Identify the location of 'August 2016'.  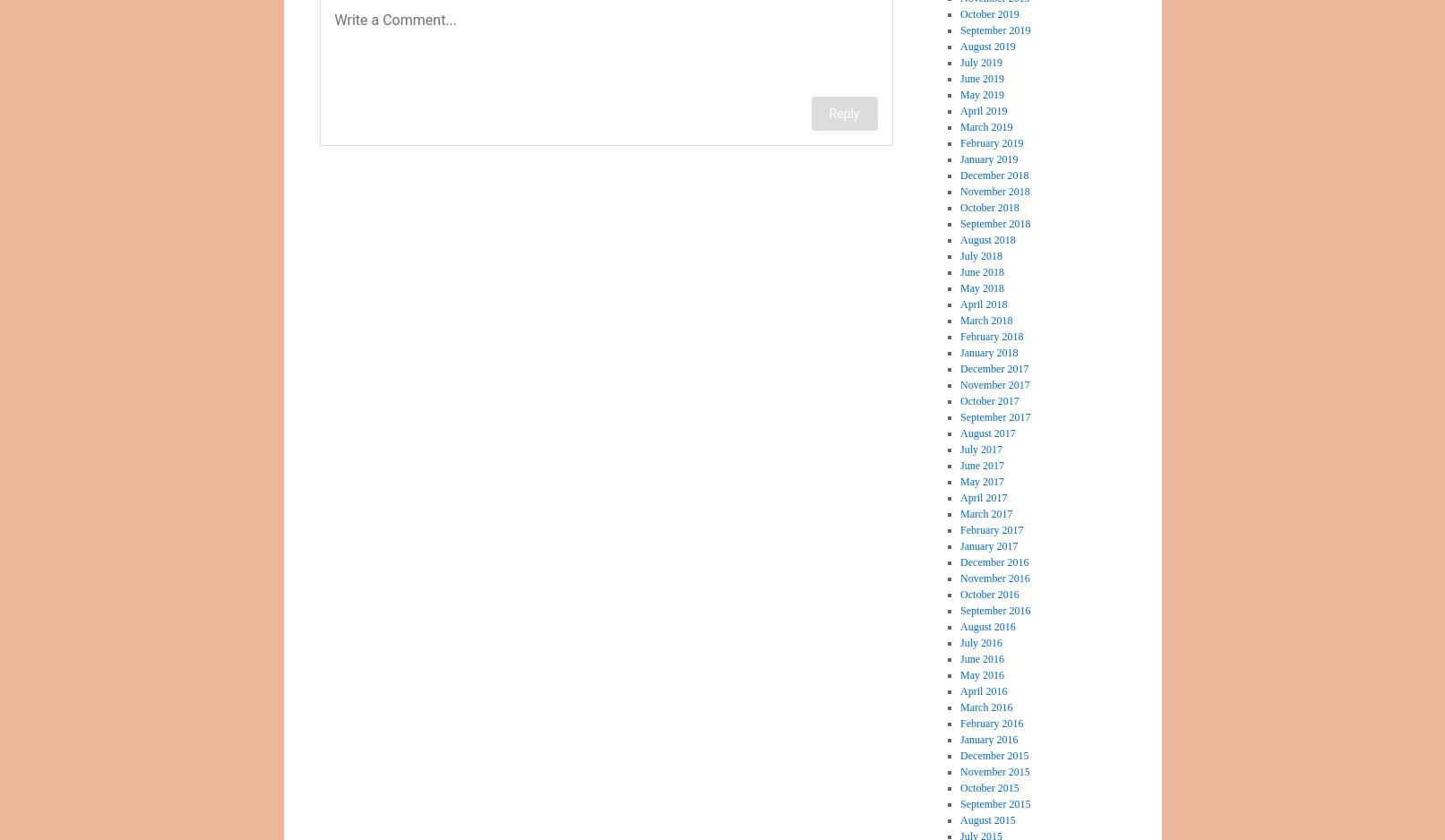
(986, 627).